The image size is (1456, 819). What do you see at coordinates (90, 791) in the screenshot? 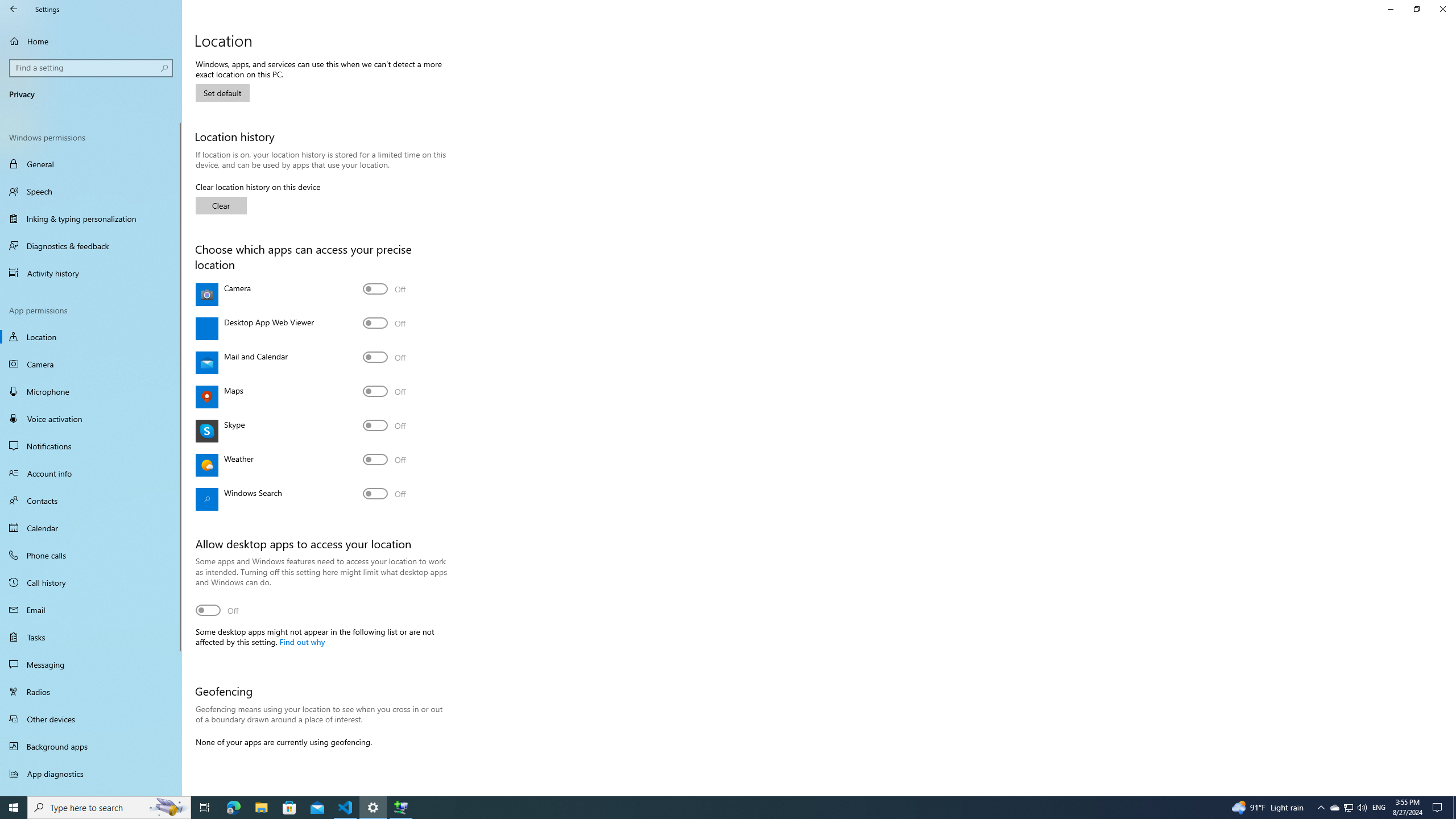
I see `'Automatic file downloads'` at bounding box center [90, 791].